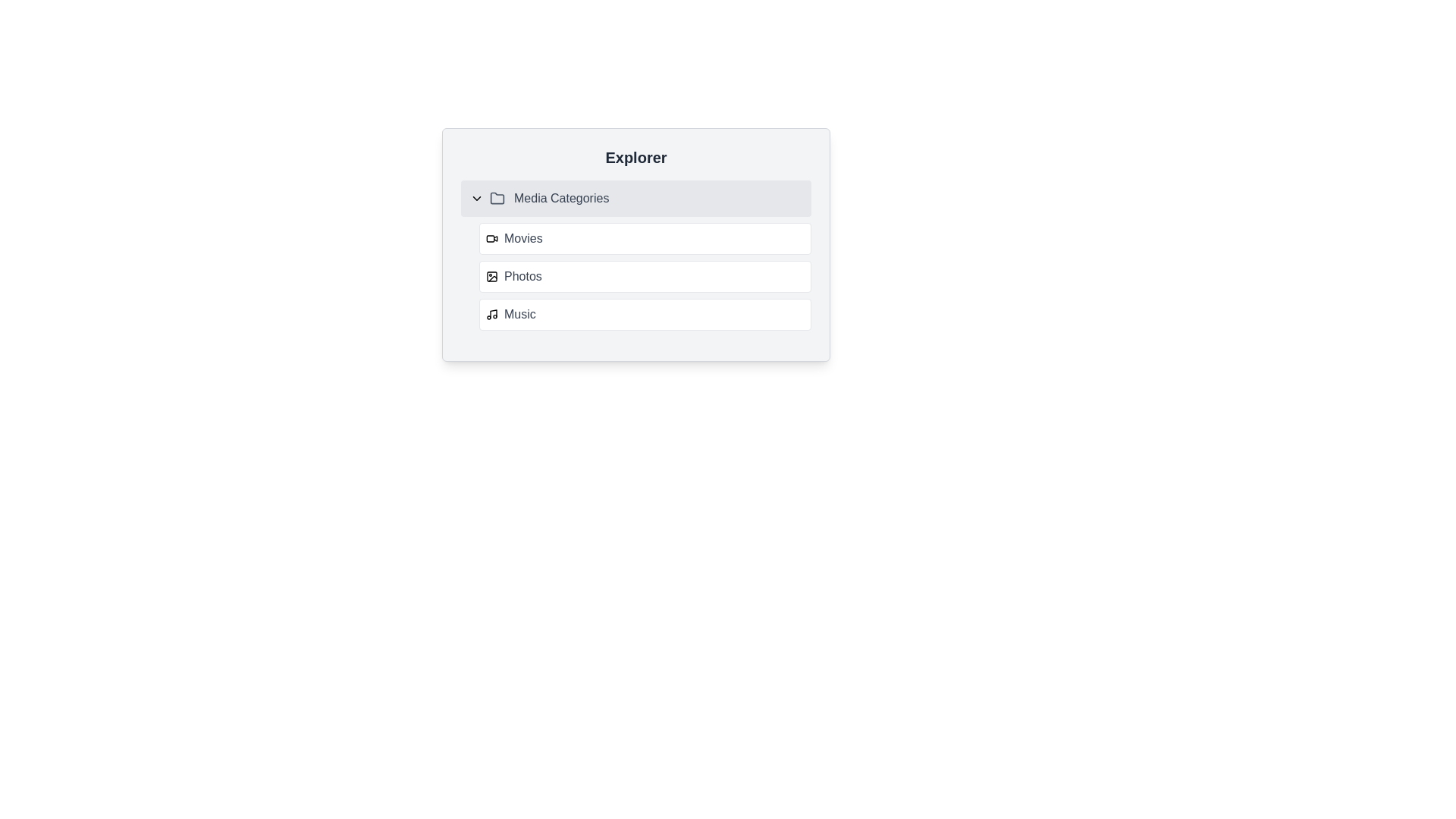  Describe the element at coordinates (475, 198) in the screenshot. I see `the Chevron-down toggle icon that expands or collapses the 'Media Categories' section, located at the far left of the text in this section` at that location.